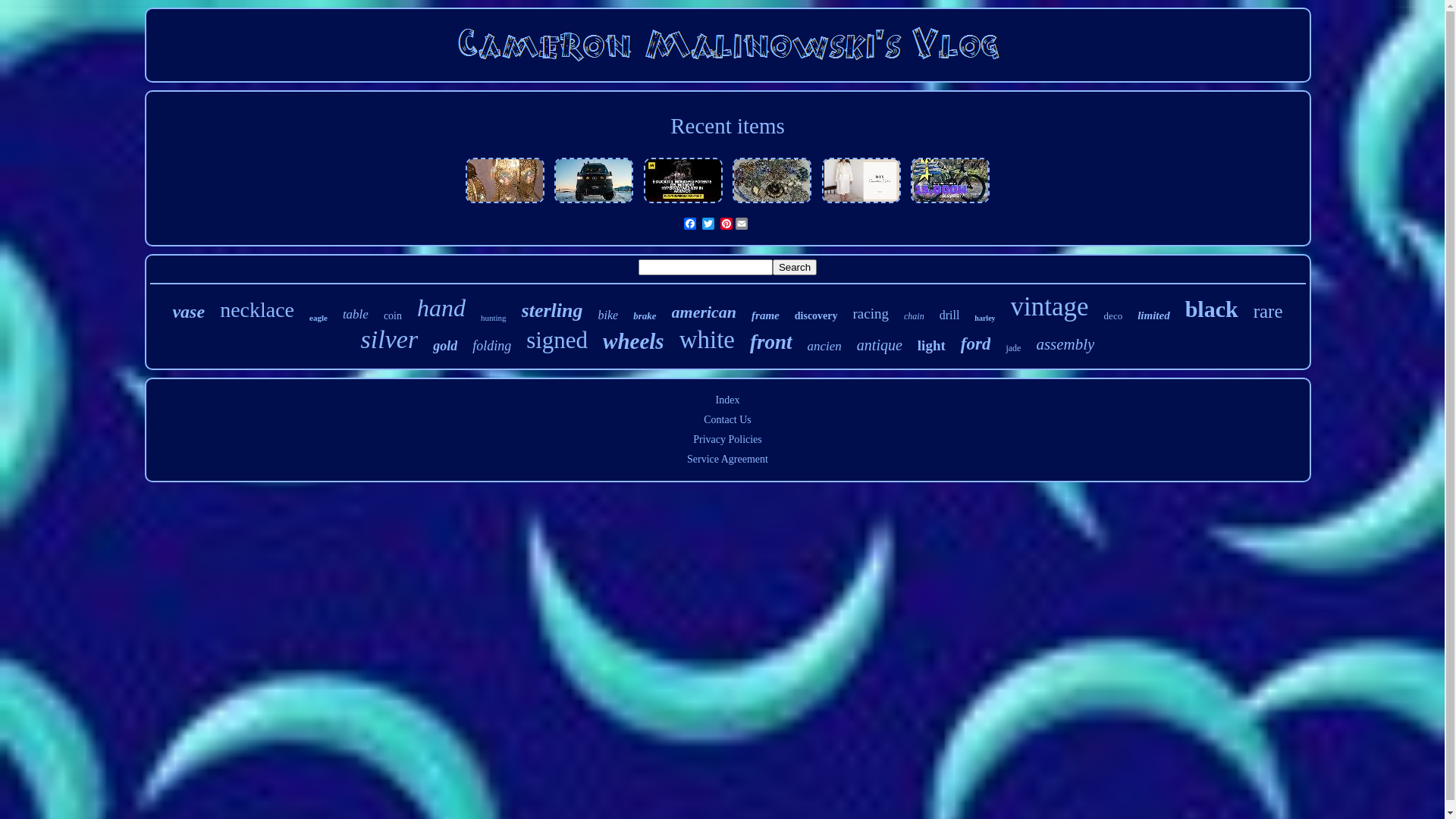  I want to click on 'Index', so click(728, 399).